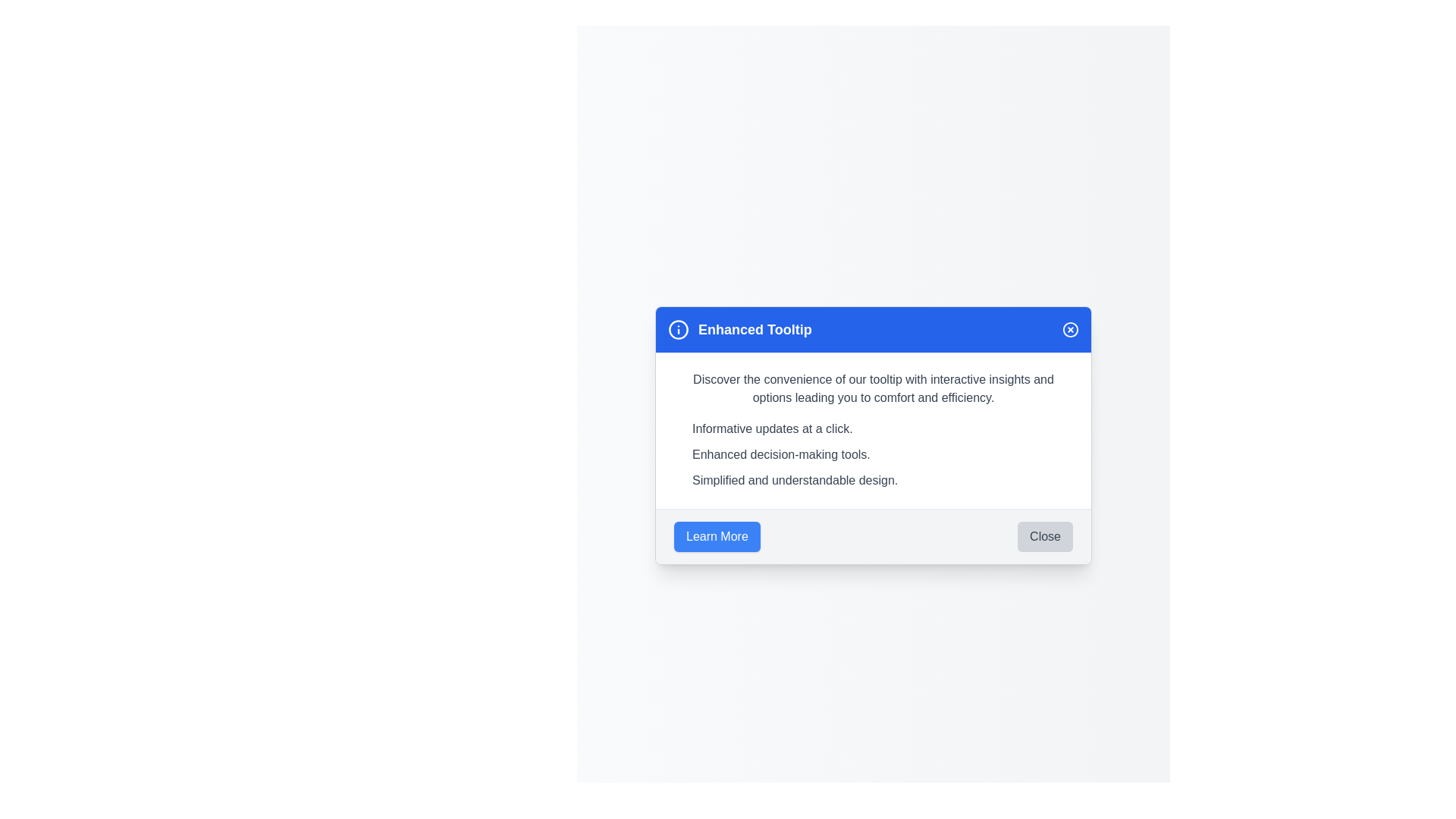 This screenshot has width=1456, height=819. Describe the element at coordinates (1044, 535) in the screenshot. I see `the close button located in the footer of the pop-up modal` at that location.